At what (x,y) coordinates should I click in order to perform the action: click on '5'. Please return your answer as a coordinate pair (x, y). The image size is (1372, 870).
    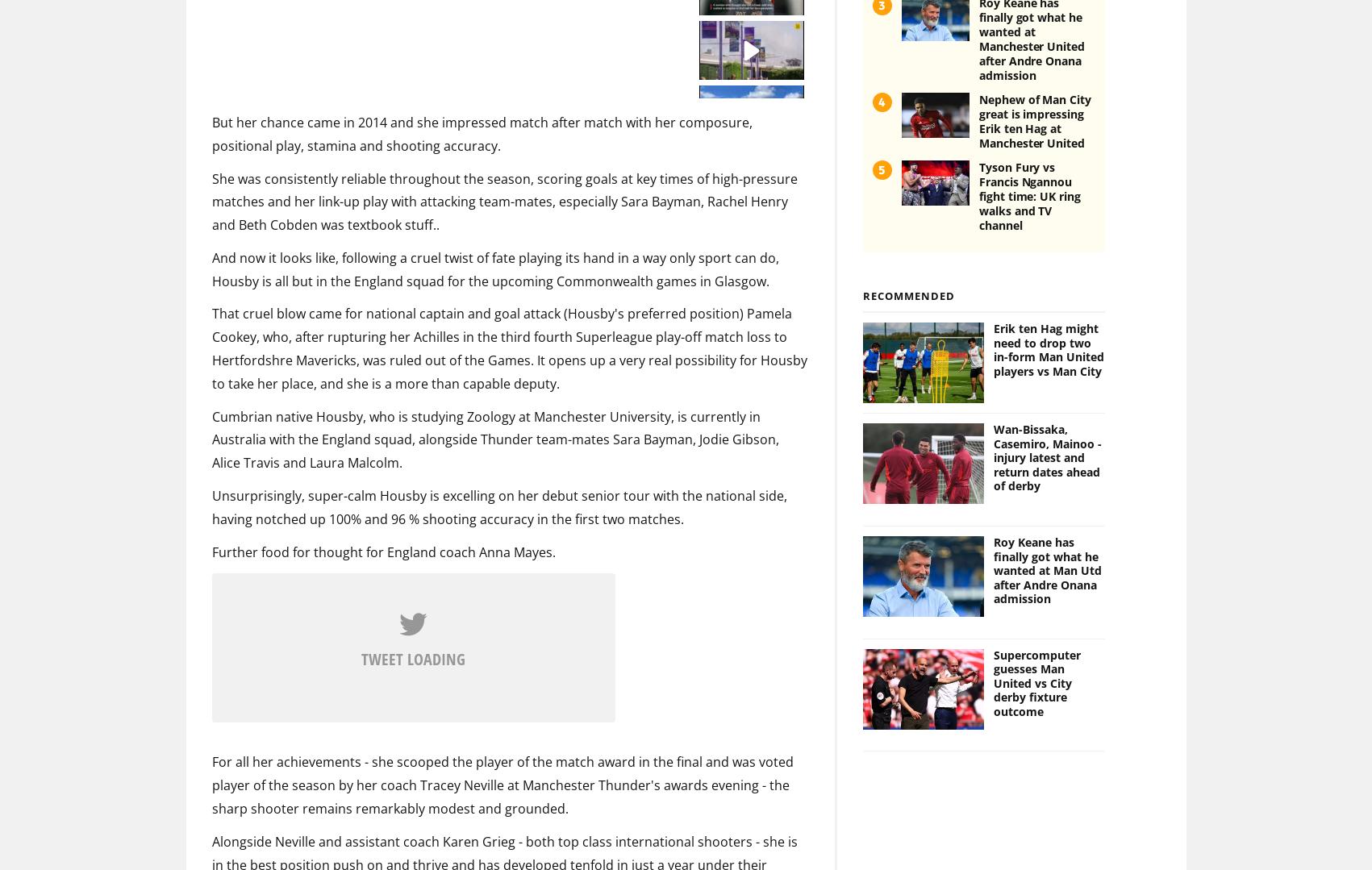
    Looking at the image, I should click on (878, 144).